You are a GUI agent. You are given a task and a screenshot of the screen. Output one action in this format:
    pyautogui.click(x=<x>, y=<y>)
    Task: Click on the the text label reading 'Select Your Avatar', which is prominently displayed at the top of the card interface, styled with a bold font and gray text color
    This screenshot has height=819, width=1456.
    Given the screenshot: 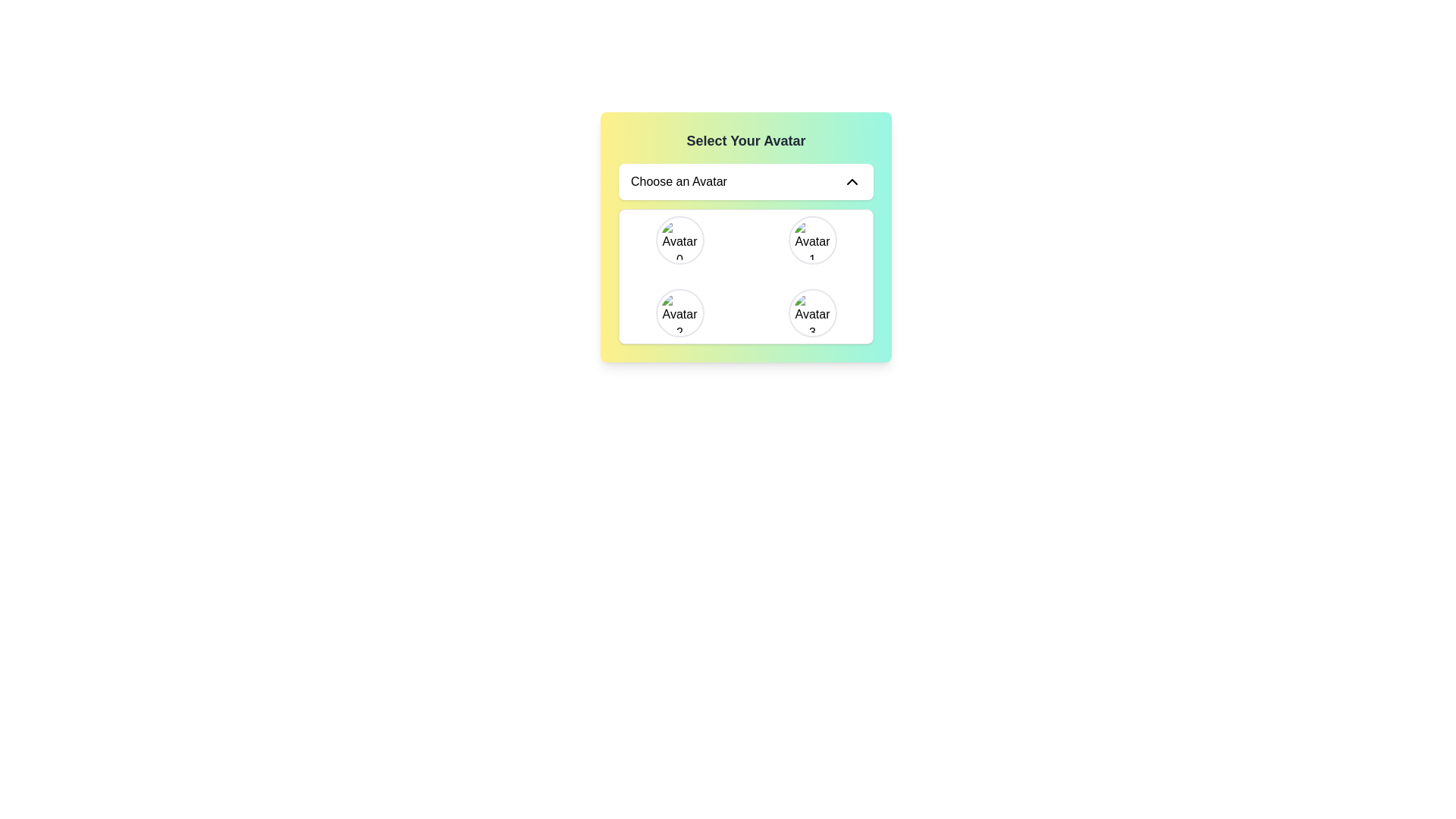 What is the action you would take?
    pyautogui.click(x=745, y=140)
    